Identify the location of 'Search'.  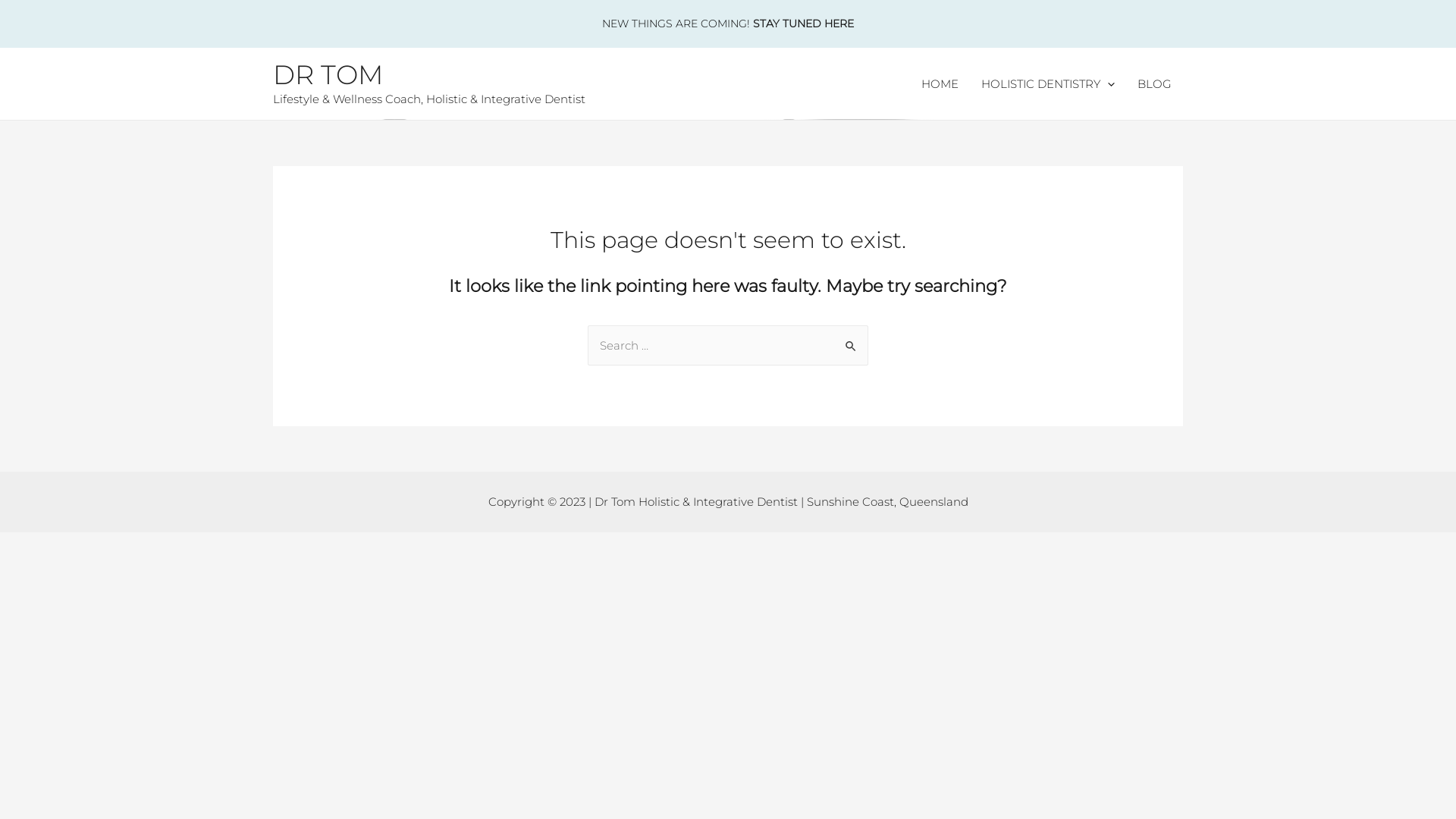
(833, 340).